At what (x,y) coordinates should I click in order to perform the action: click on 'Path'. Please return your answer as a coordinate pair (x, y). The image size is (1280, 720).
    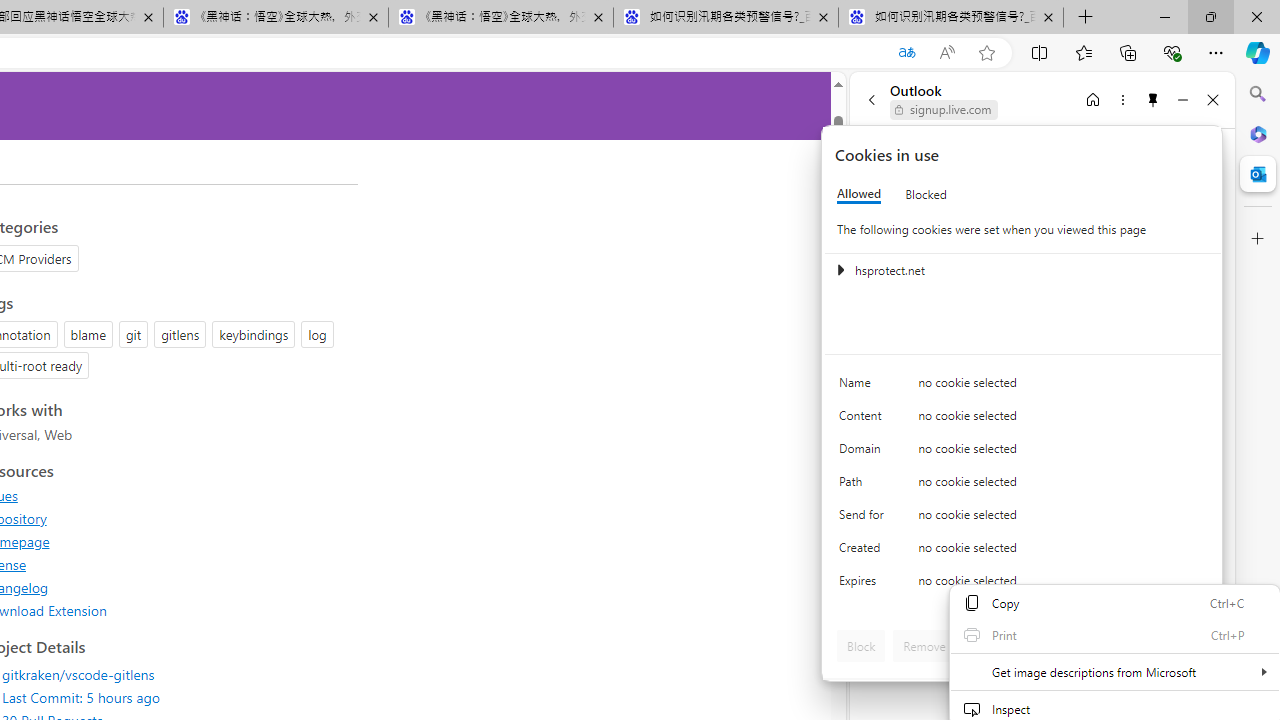
    Looking at the image, I should click on (865, 486).